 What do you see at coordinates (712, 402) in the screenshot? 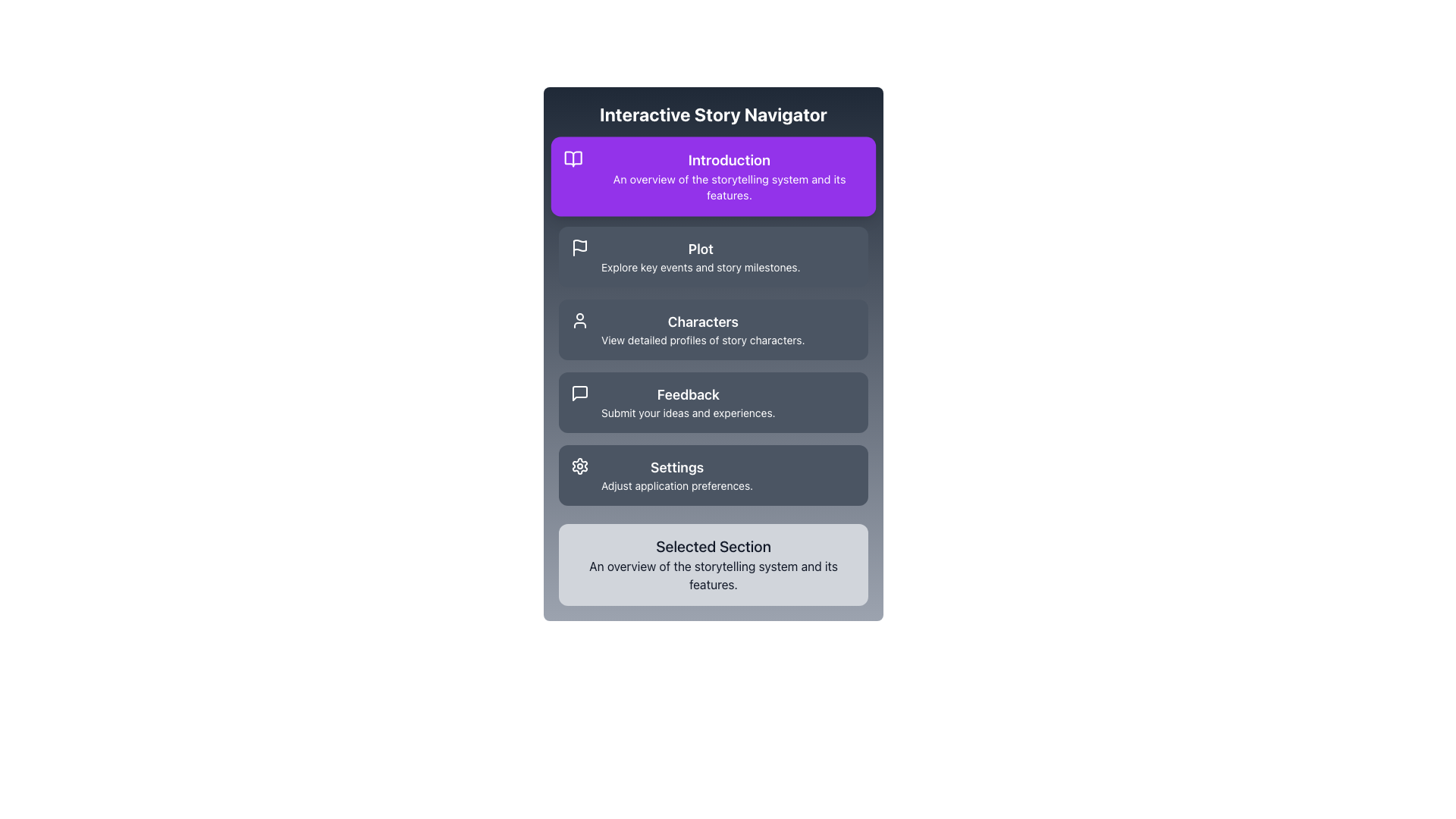
I see `the dark gray Feedback button, which has a speech bubble icon and text describing submission of ideas` at bounding box center [712, 402].